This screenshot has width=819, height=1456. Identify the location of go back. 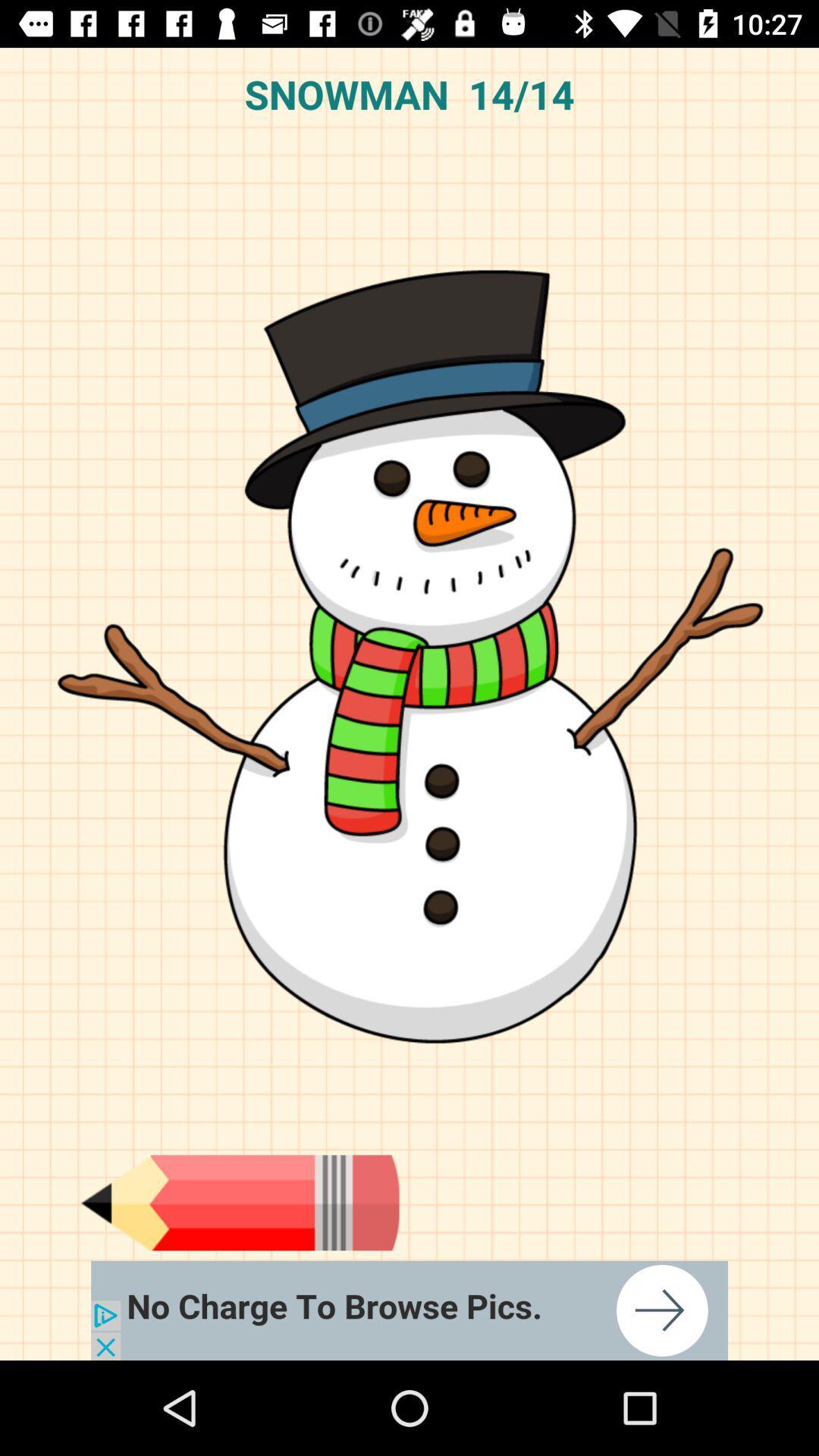
(239, 1202).